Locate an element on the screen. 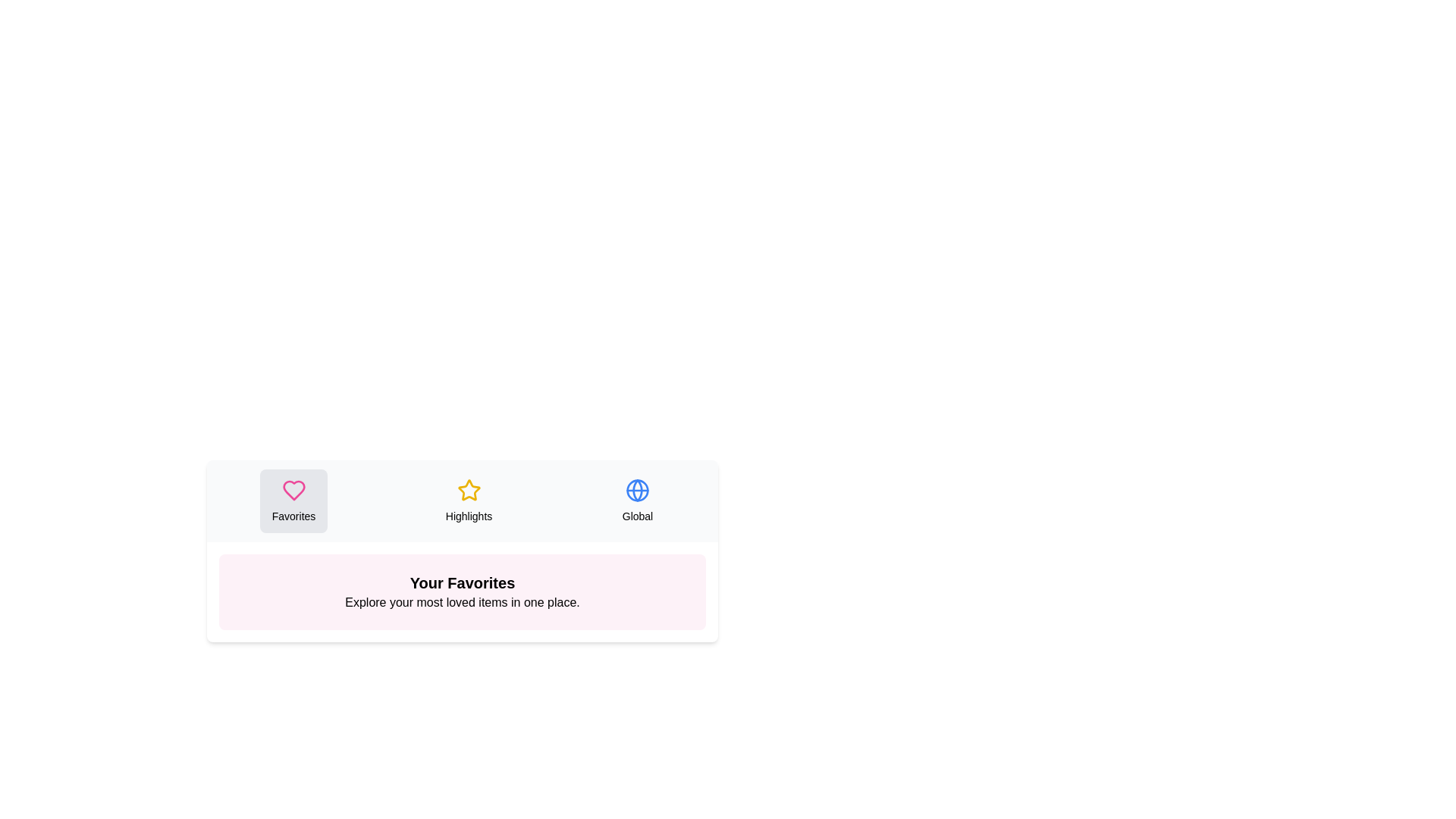 The image size is (1456, 819). the Favorites tab to see its hover effect is located at coordinates (293, 500).